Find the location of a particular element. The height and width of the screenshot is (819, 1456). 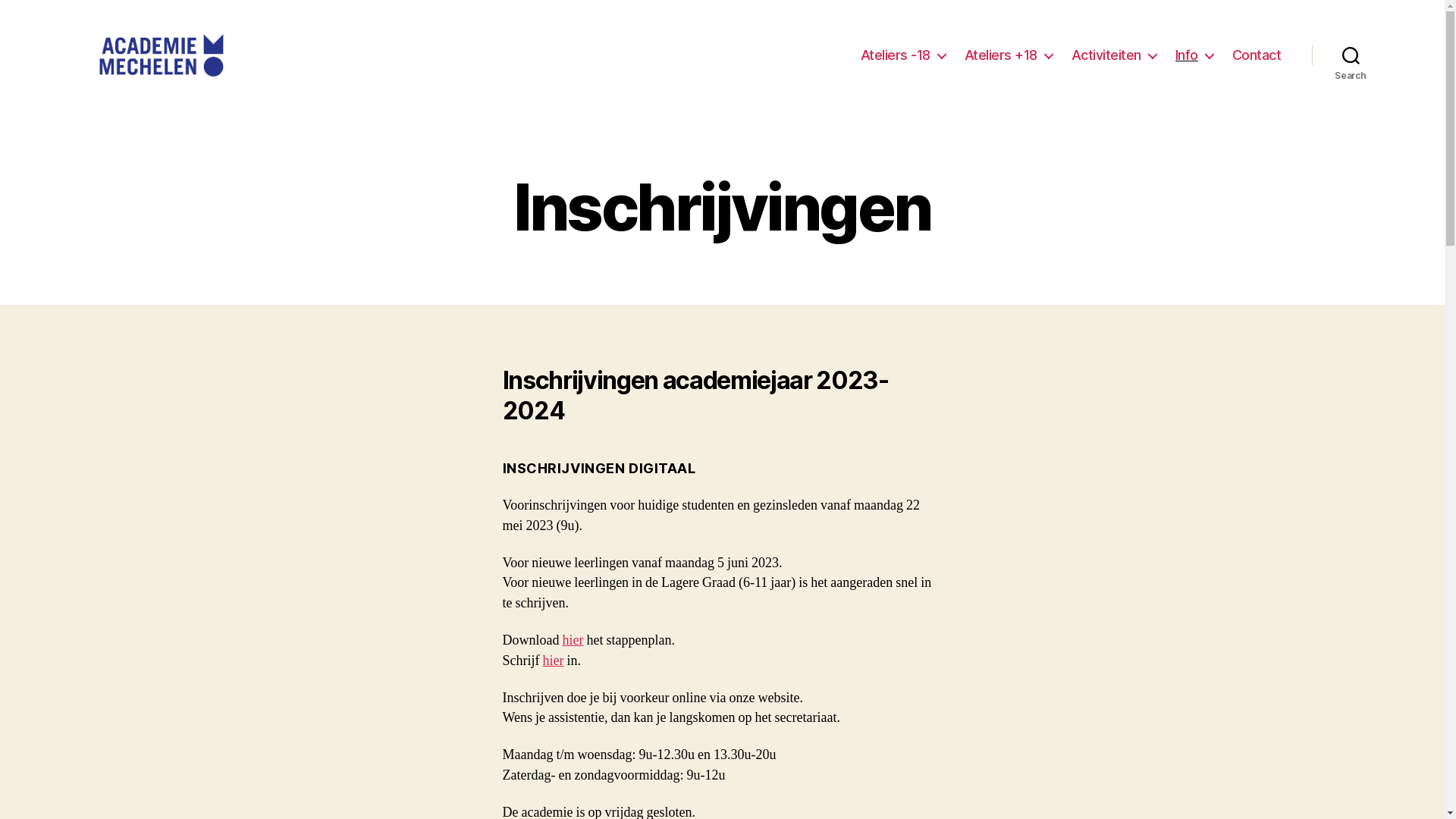

'Contact' is located at coordinates (1257, 55).